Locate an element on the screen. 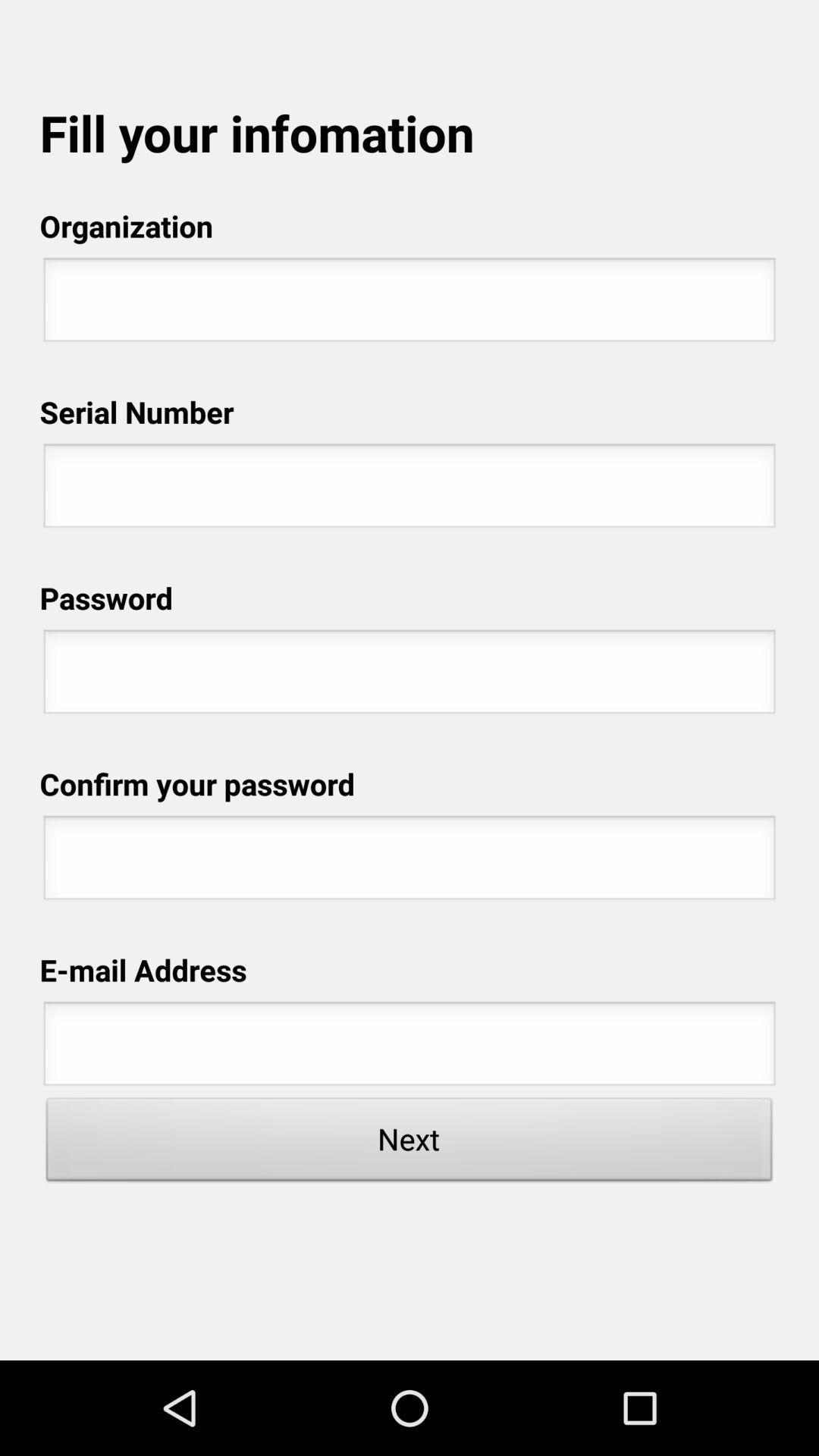  confirm password is located at coordinates (409, 862).